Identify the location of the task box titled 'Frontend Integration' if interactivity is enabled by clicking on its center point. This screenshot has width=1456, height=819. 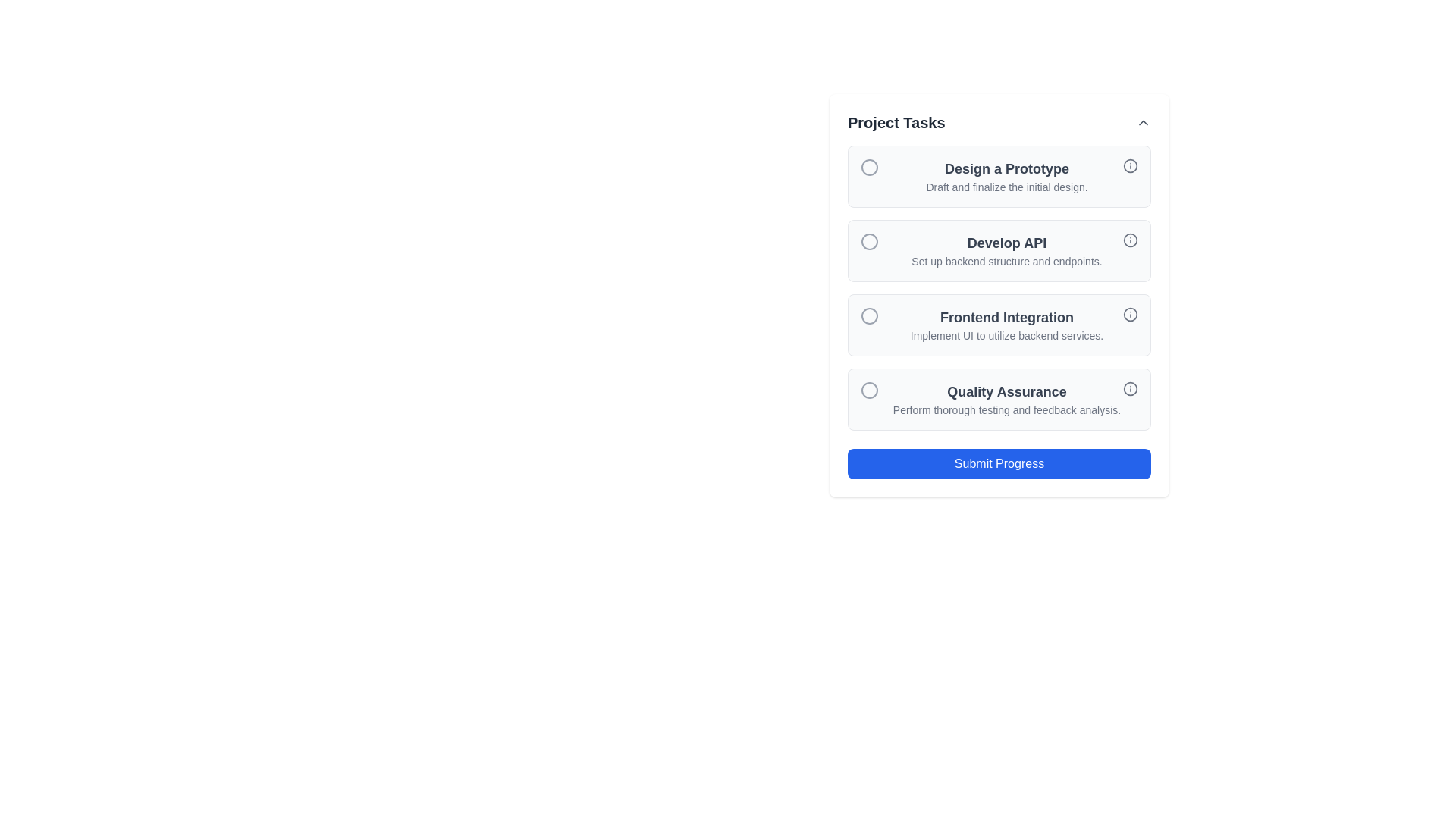
(1007, 324).